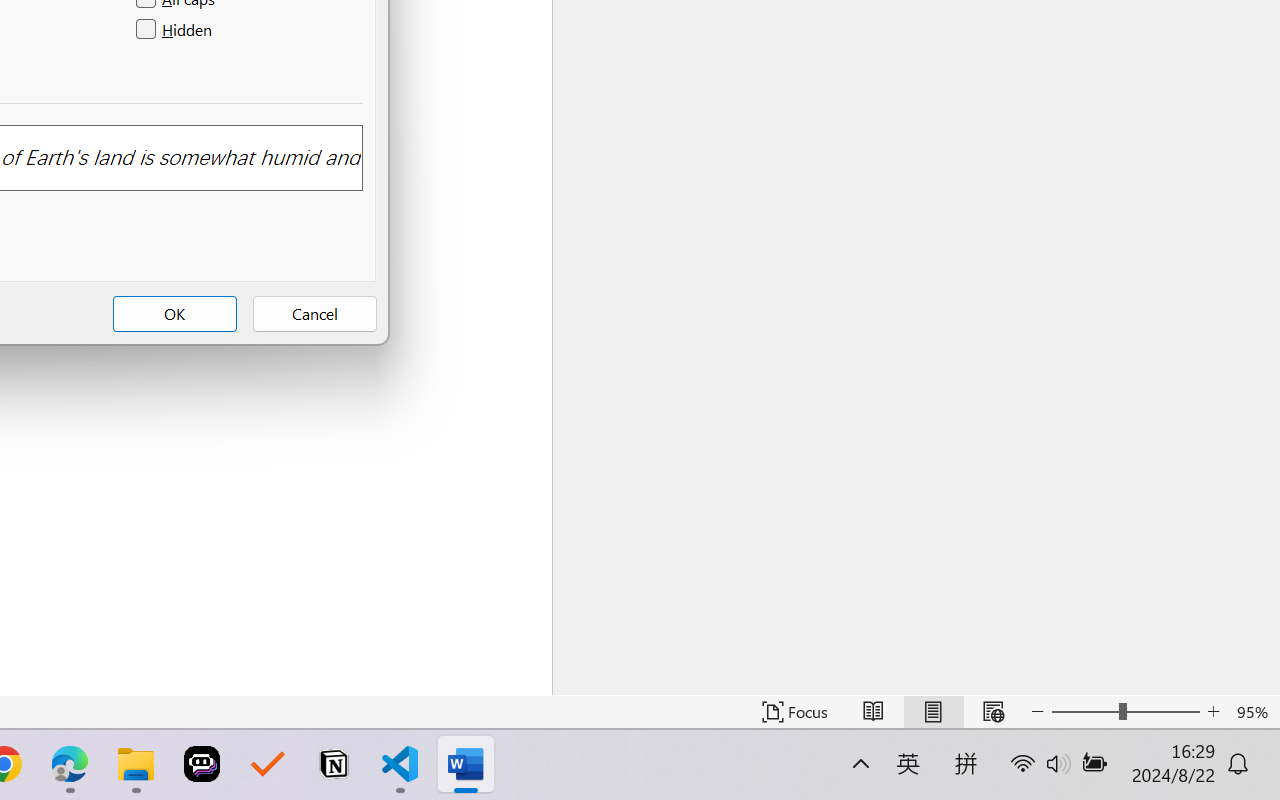 This screenshot has height=800, width=1280. What do you see at coordinates (1252, 711) in the screenshot?
I see `'Zoom 95%'` at bounding box center [1252, 711].